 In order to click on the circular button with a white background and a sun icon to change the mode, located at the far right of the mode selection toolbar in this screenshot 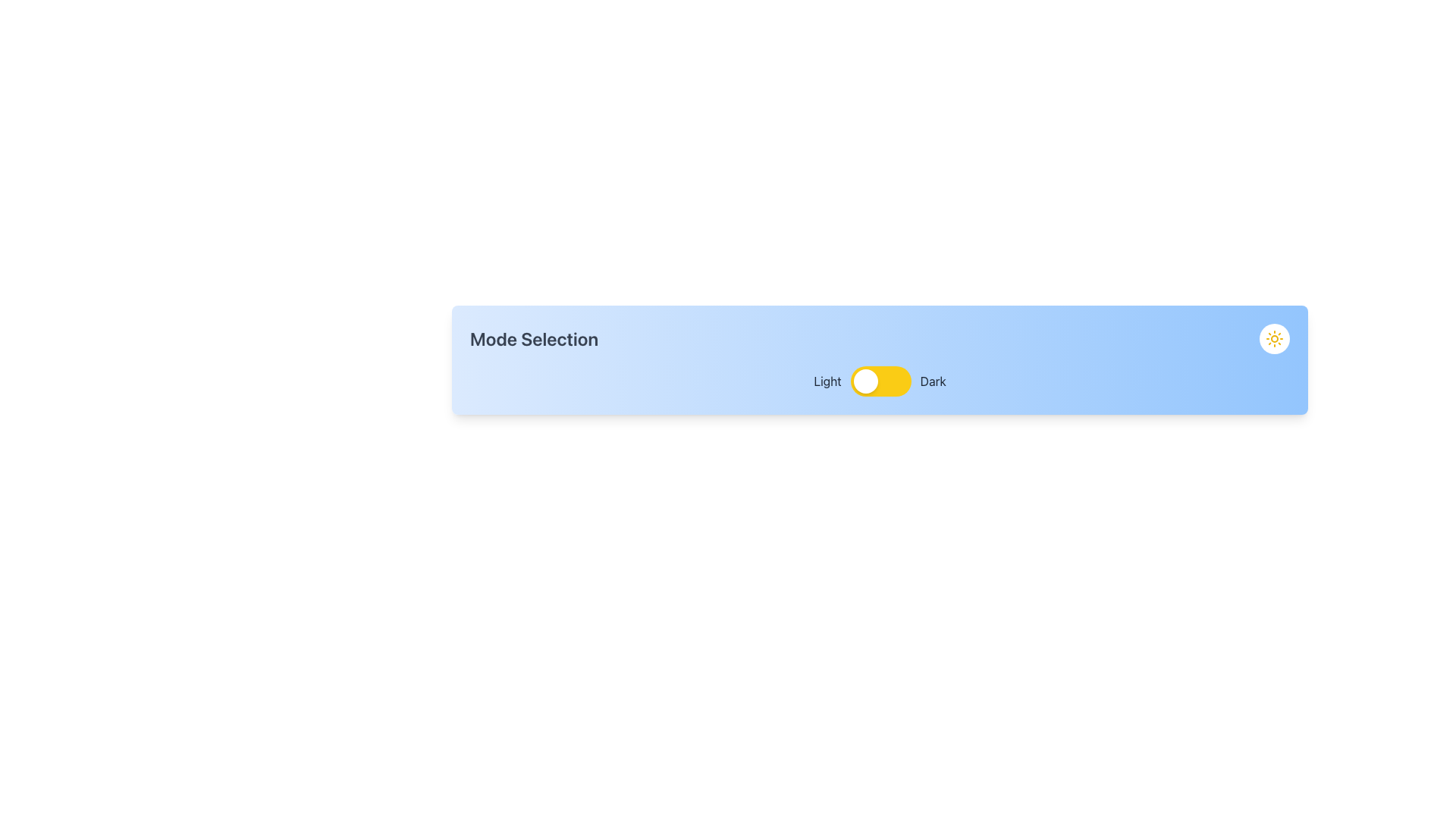, I will do `click(1274, 338)`.